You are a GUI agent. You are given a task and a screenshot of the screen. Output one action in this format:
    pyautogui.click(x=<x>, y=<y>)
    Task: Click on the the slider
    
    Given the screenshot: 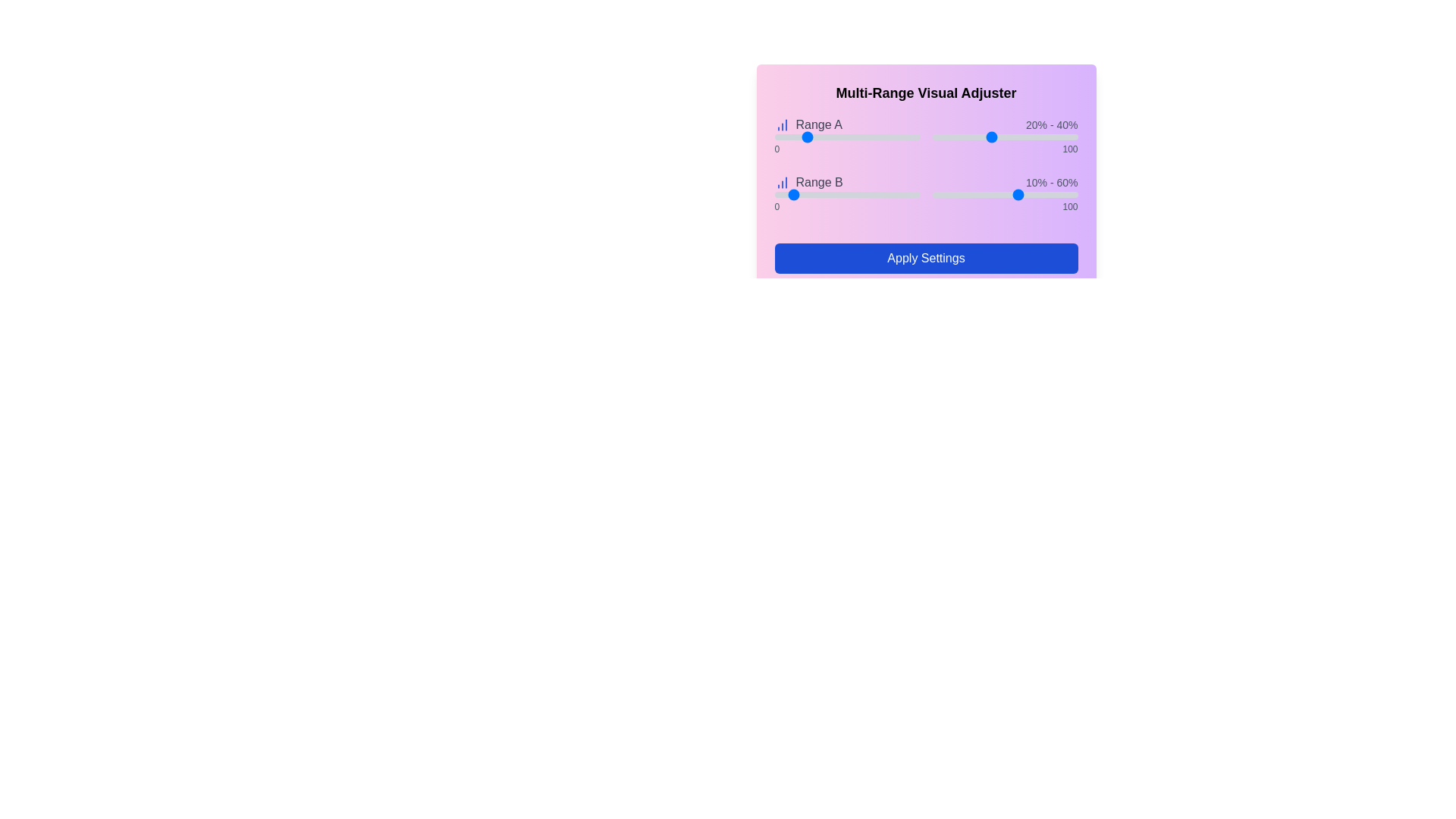 What is the action you would take?
    pyautogui.click(x=949, y=137)
    